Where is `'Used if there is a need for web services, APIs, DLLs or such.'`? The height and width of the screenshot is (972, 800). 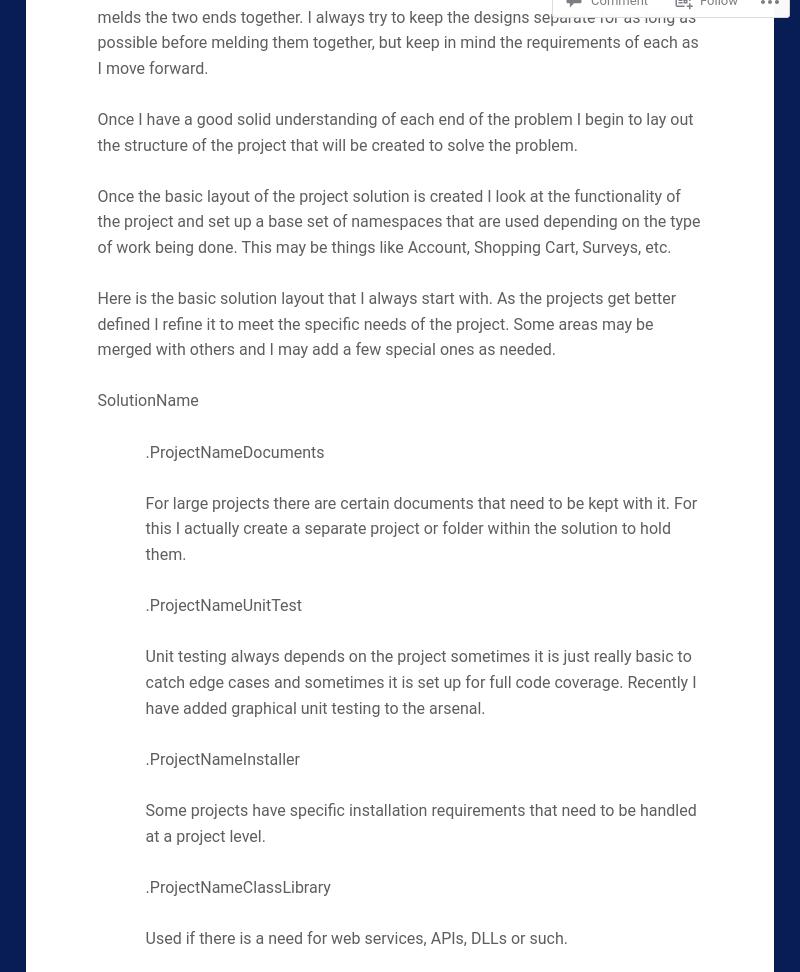
'Used if there is a need for web services, APIs, DLLs or such.' is located at coordinates (144, 936).